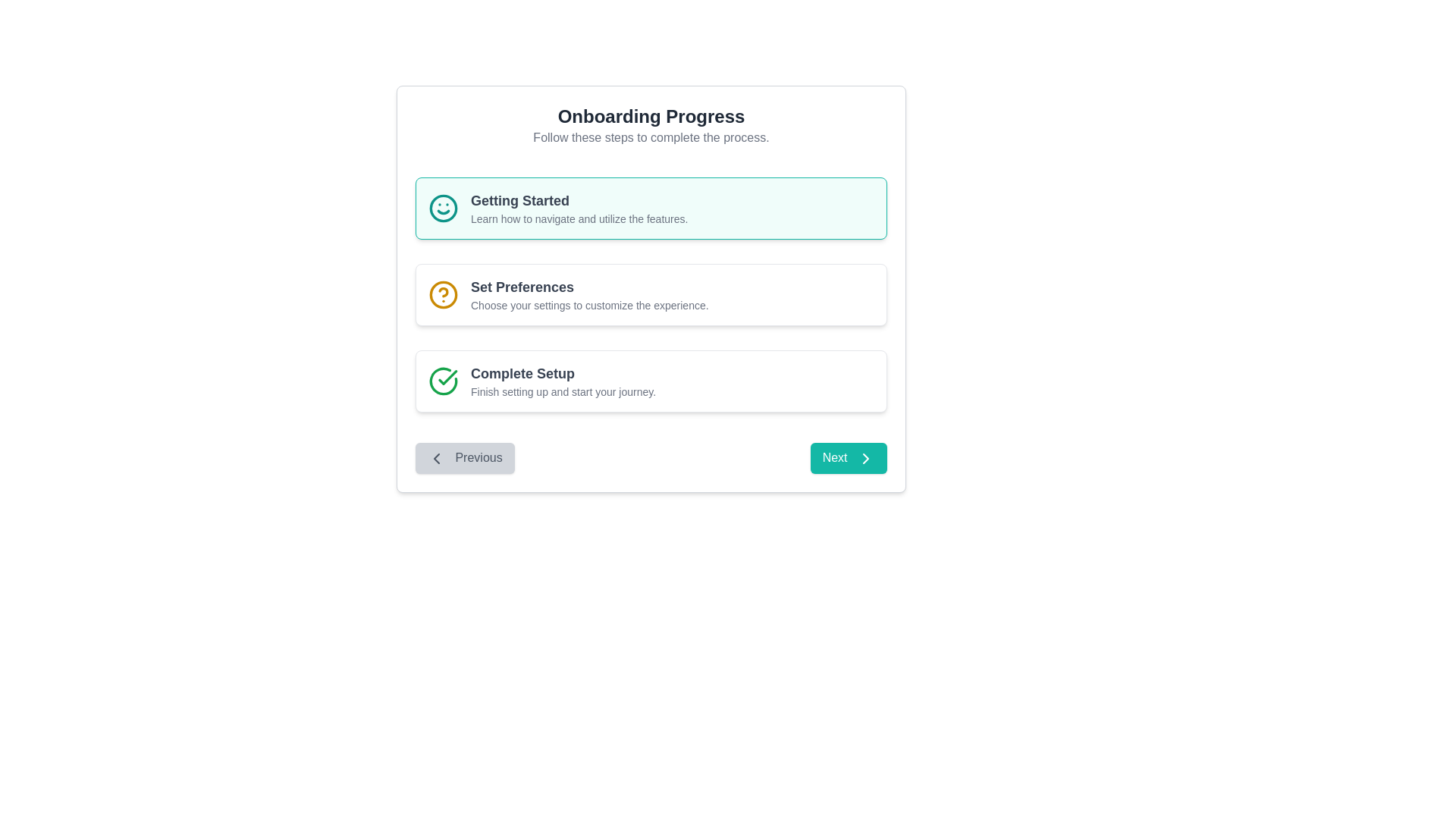 The height and width of the screenshot is (819, 1456). What do you see at coordinates (651, 124) in the screenshot?
I see `the title and subtitle text block at the top of the onboarding process interface, which provides instructions and information about the steps to follow` at bounding box center [651, 124].